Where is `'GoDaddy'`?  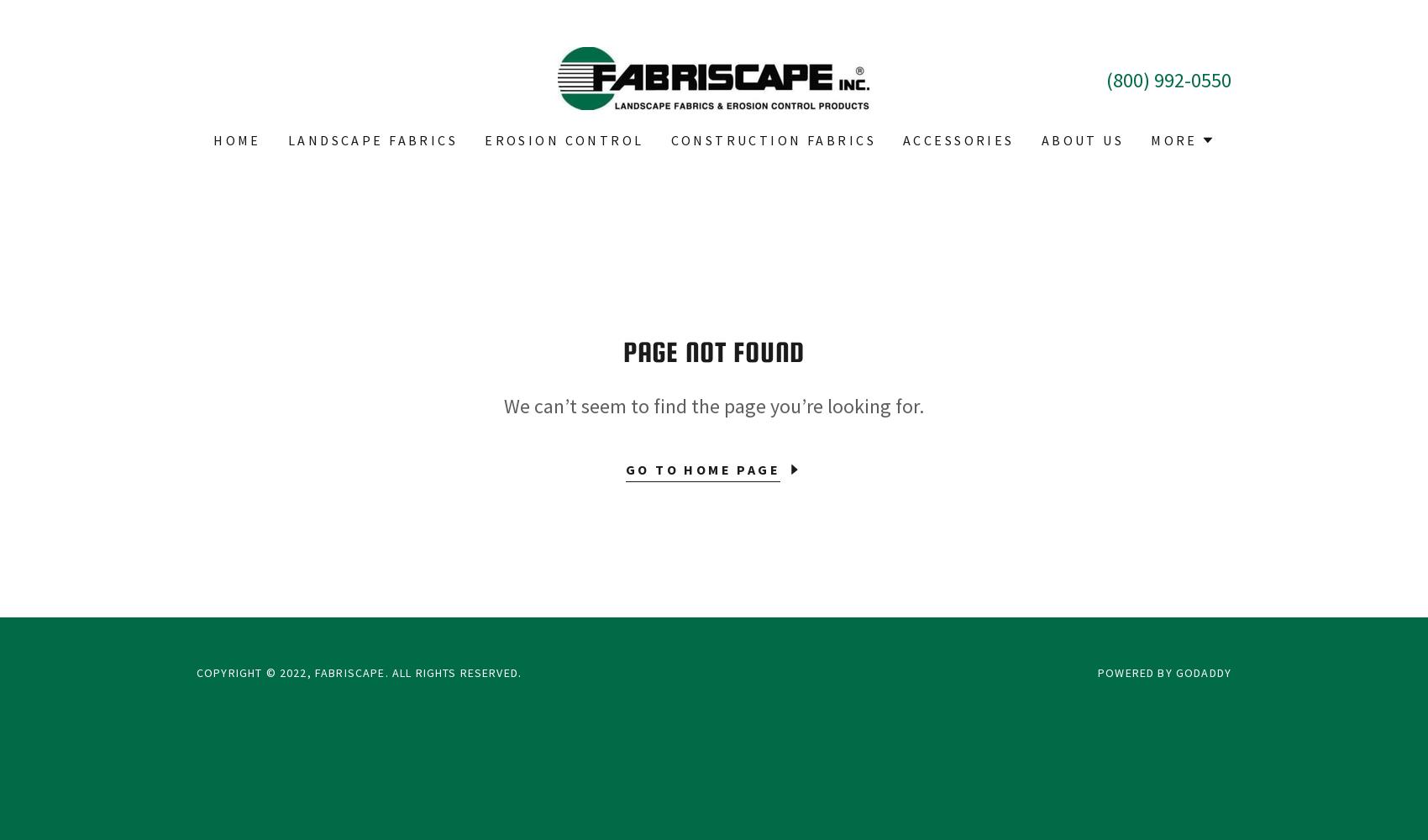 'GoDaddy' is located at coordinates (1202, 673).